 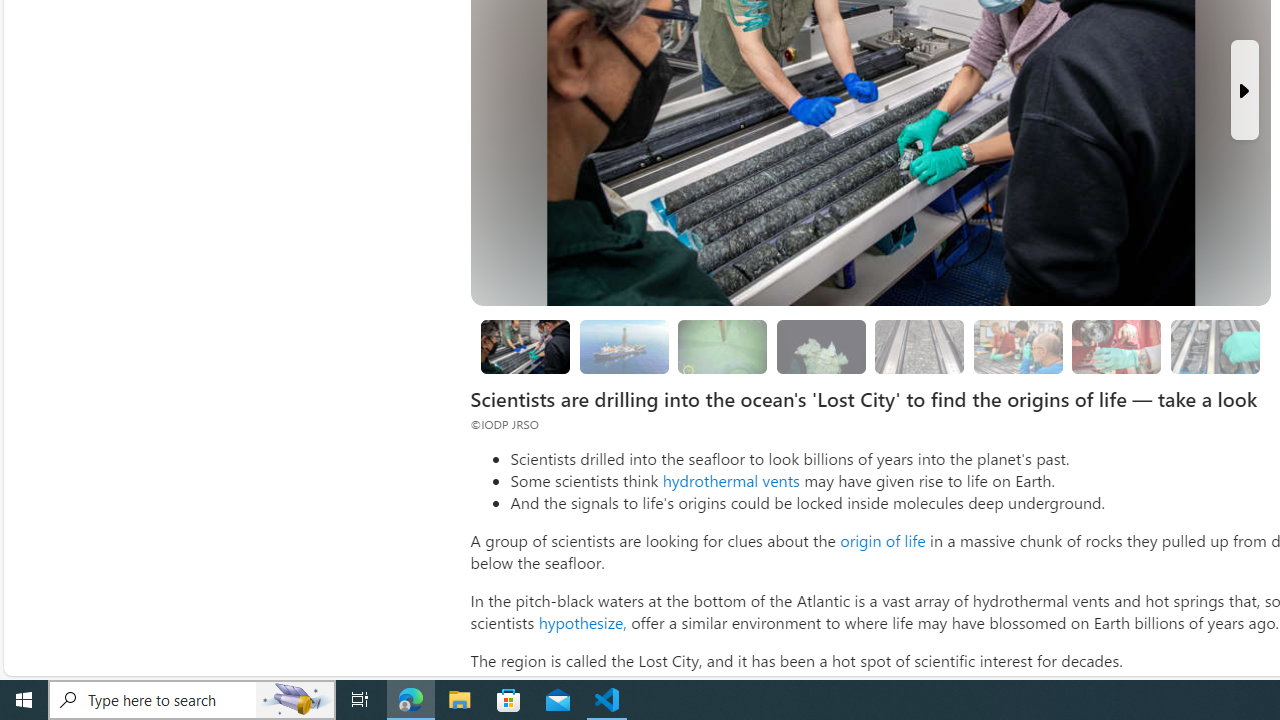 What do you see at coordinates (821, 346) in the screenshot?
I see `'The Lost City could hold clues to the origin of life.'` at bounding box center [821, 346].